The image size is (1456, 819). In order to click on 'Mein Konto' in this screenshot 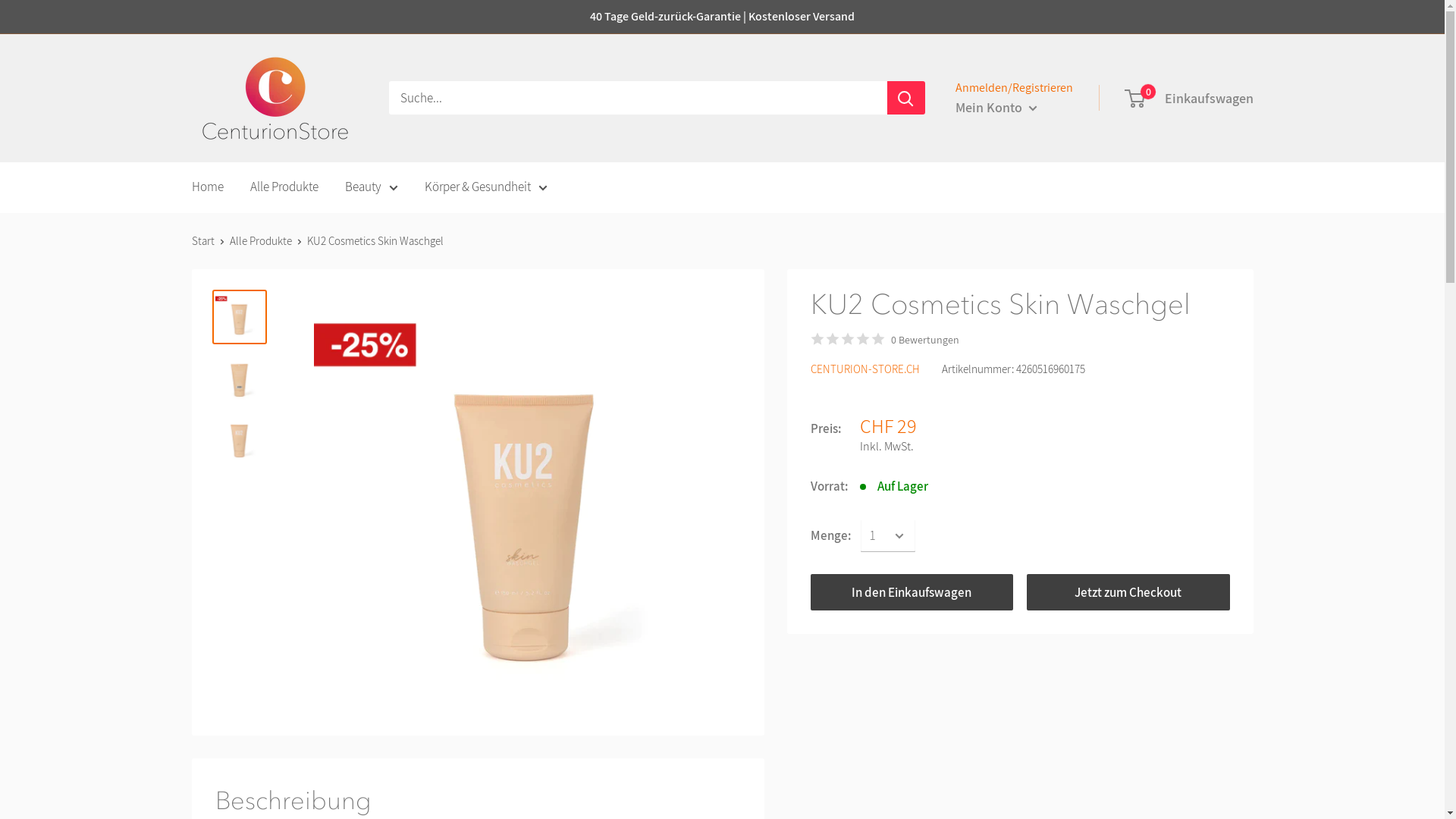, I will do `click(996, 107)`.